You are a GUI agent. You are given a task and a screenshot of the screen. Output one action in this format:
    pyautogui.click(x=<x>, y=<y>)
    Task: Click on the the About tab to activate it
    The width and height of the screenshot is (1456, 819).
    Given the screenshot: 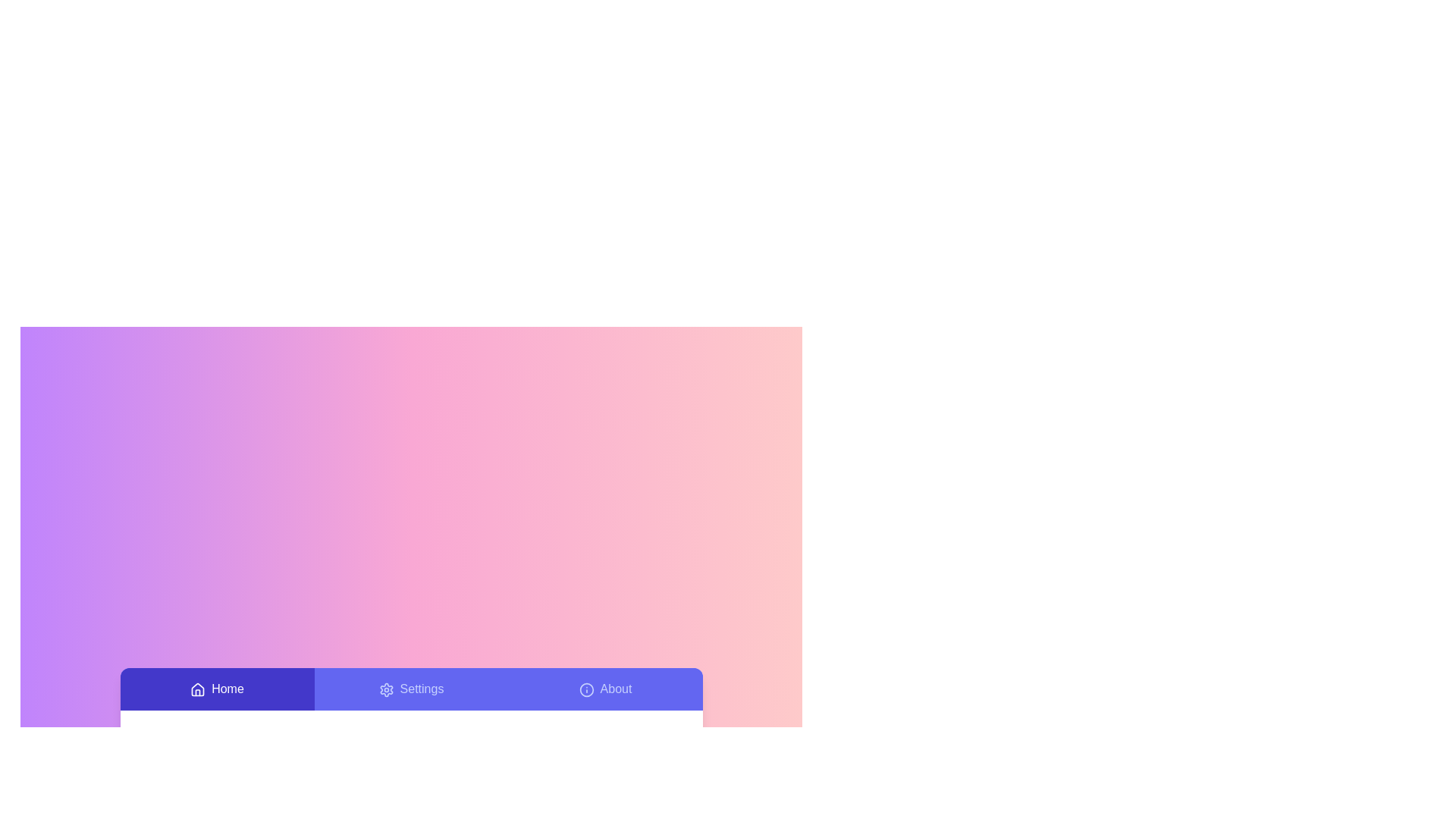 What is the action you would take?
    pyautogui.click(x=604, y=689)
    